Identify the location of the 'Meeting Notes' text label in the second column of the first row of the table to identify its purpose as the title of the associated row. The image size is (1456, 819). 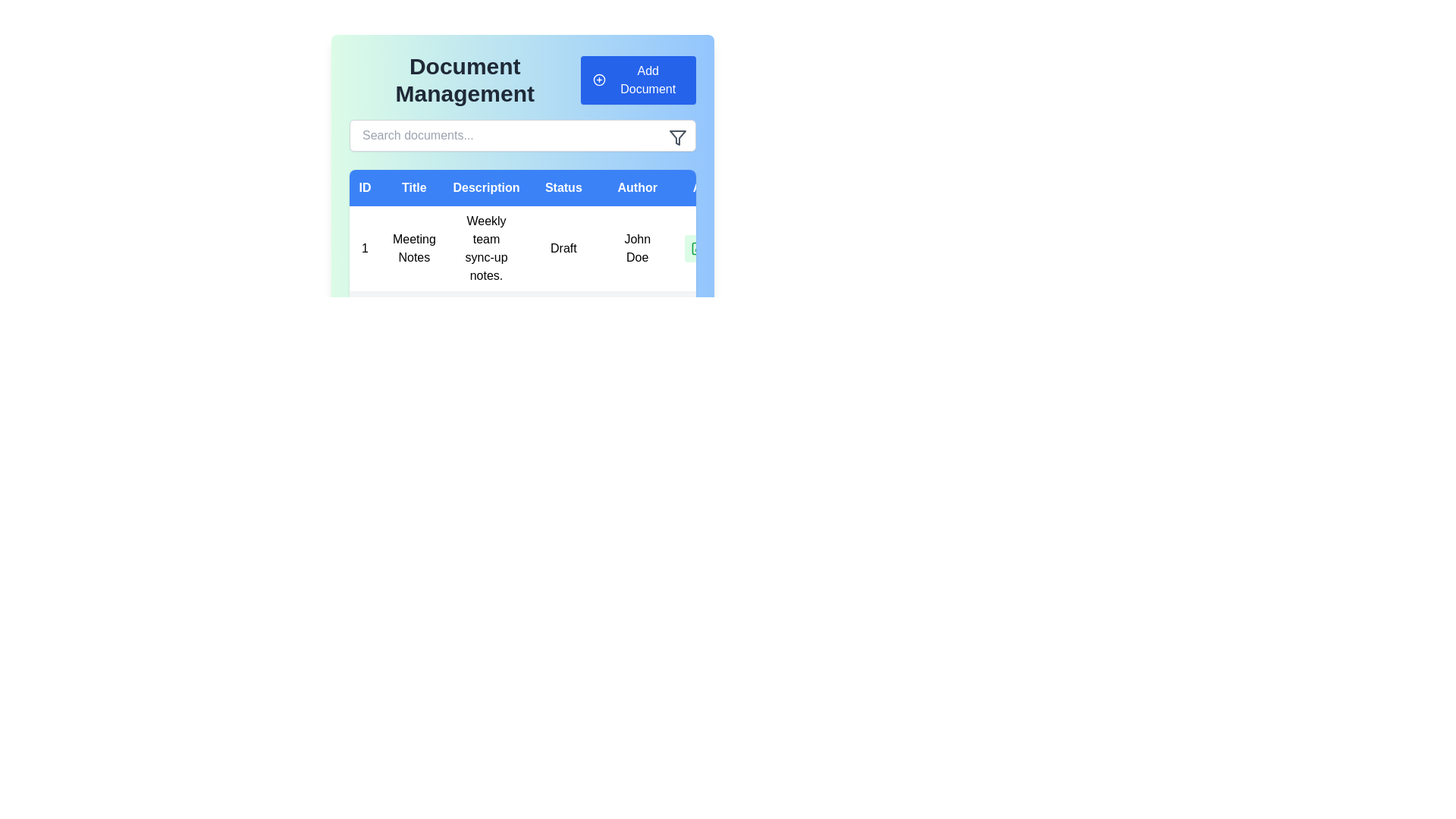
(414, 247).